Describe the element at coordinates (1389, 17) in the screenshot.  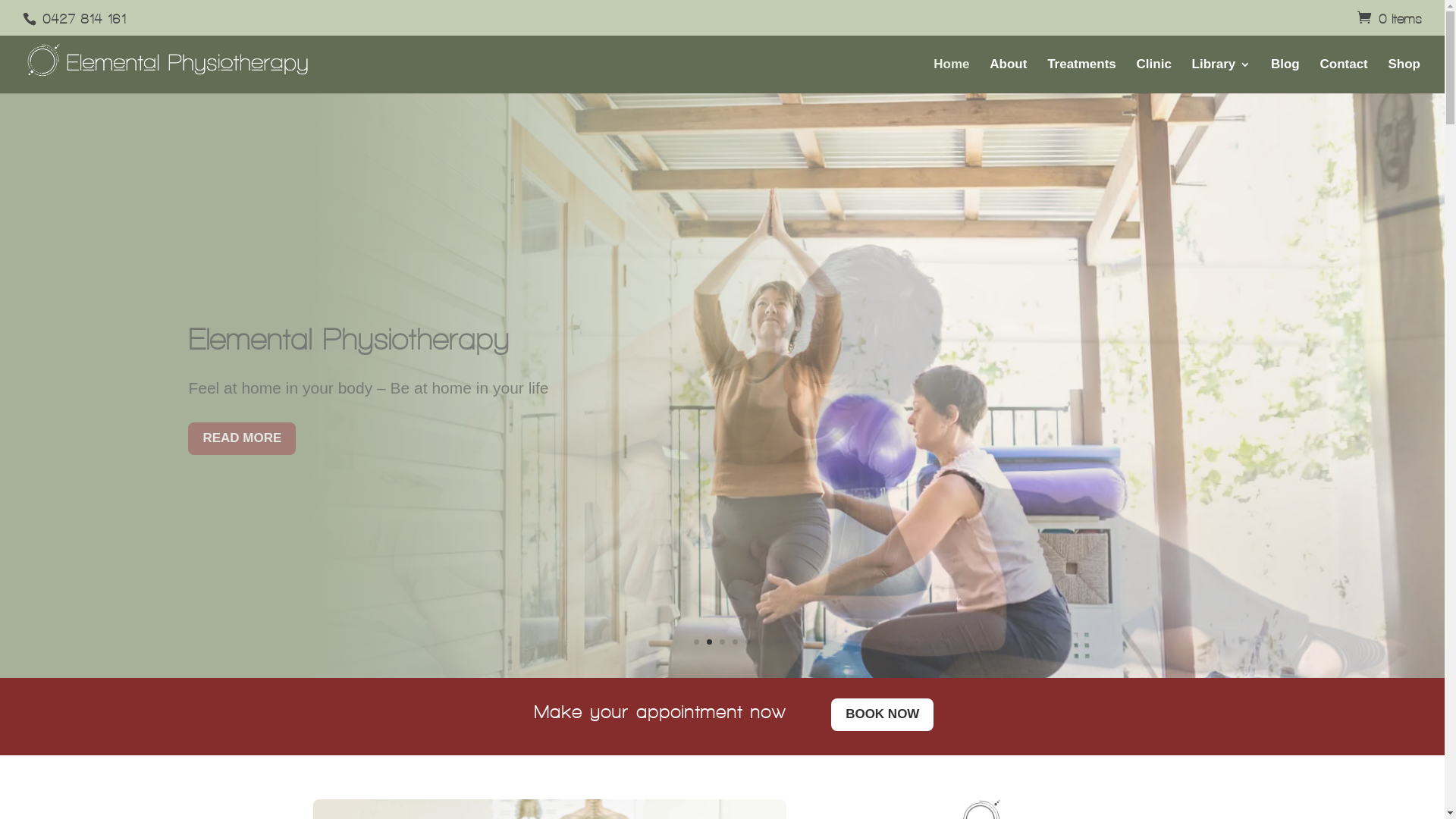
I see `'0 Items'` at that location.